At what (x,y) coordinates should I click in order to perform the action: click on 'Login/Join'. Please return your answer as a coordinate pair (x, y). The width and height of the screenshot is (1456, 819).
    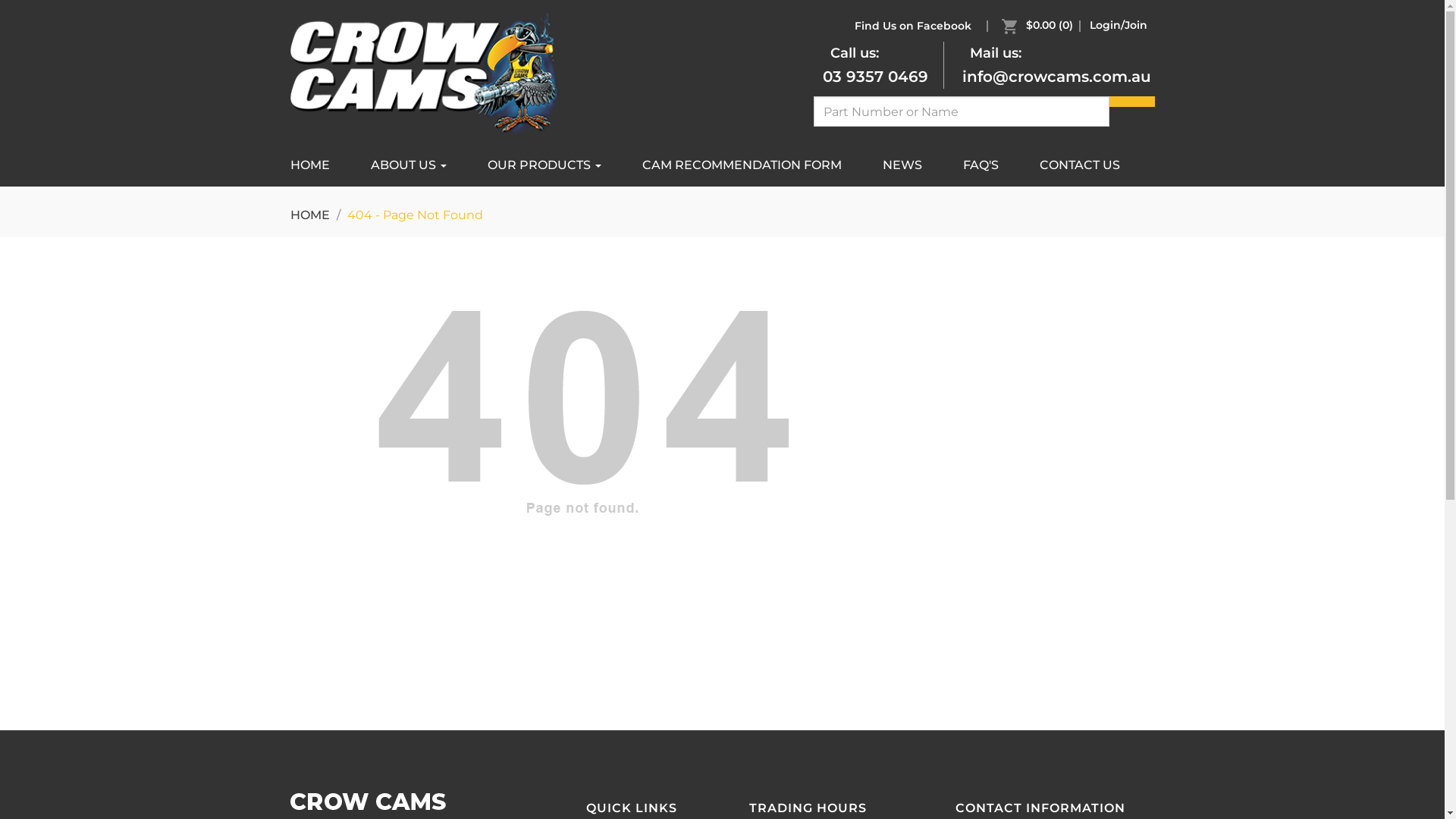
    Looking at the image, I should click on (1117, 25).